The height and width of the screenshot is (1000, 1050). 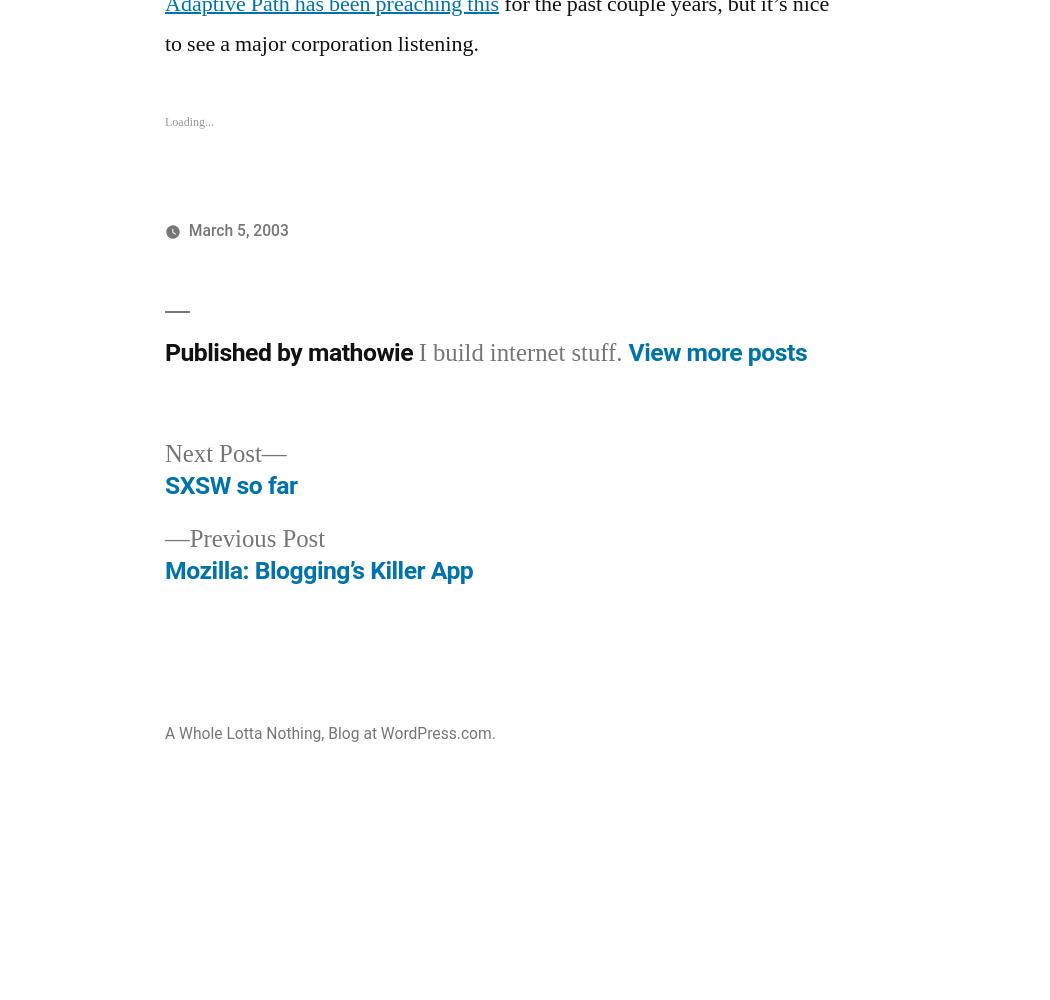 What do you see at coordinates (322, 732) in the screenshot?
I see `','` at bounding box center [322, 732].